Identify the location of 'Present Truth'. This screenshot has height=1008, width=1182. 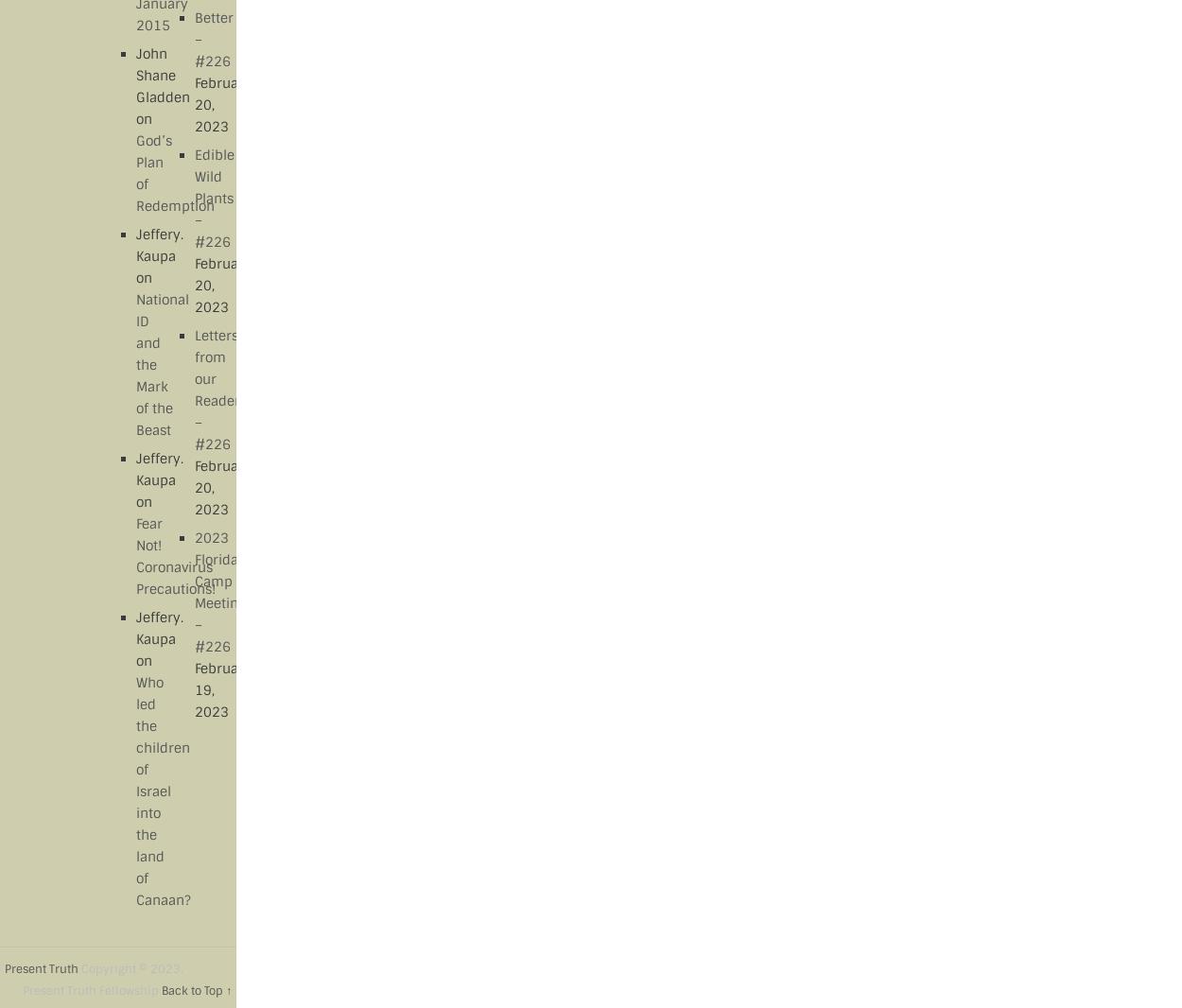
(42, 967).